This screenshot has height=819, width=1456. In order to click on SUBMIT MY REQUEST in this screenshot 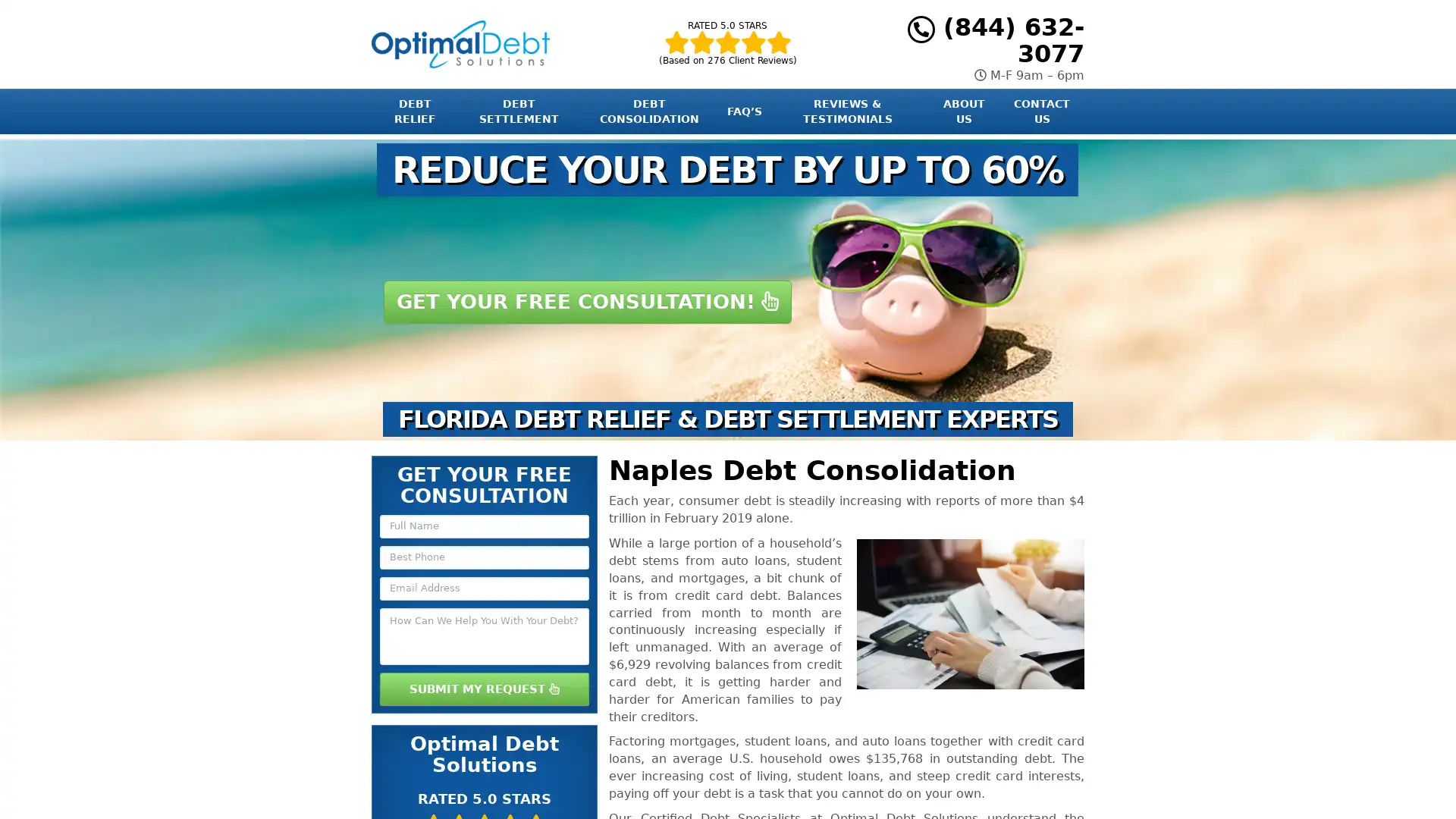, I will do `click(483, 688)`.